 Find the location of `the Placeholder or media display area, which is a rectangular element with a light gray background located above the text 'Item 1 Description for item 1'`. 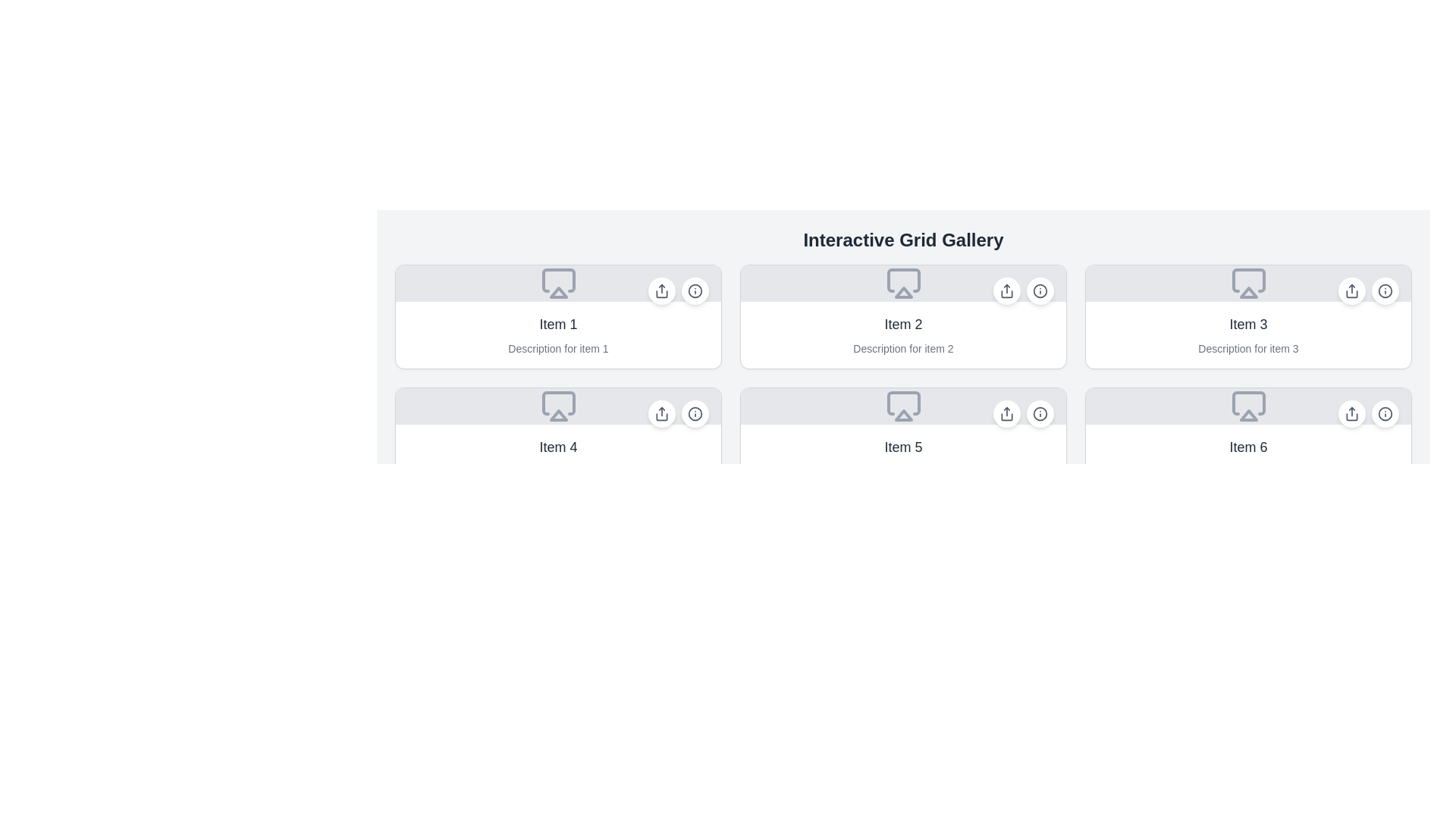

the Placeholder or media display area, which is a rectangular element with a light gray background located above the text 'Item 1 Description for item 1' is located at coordinates (557, 284).